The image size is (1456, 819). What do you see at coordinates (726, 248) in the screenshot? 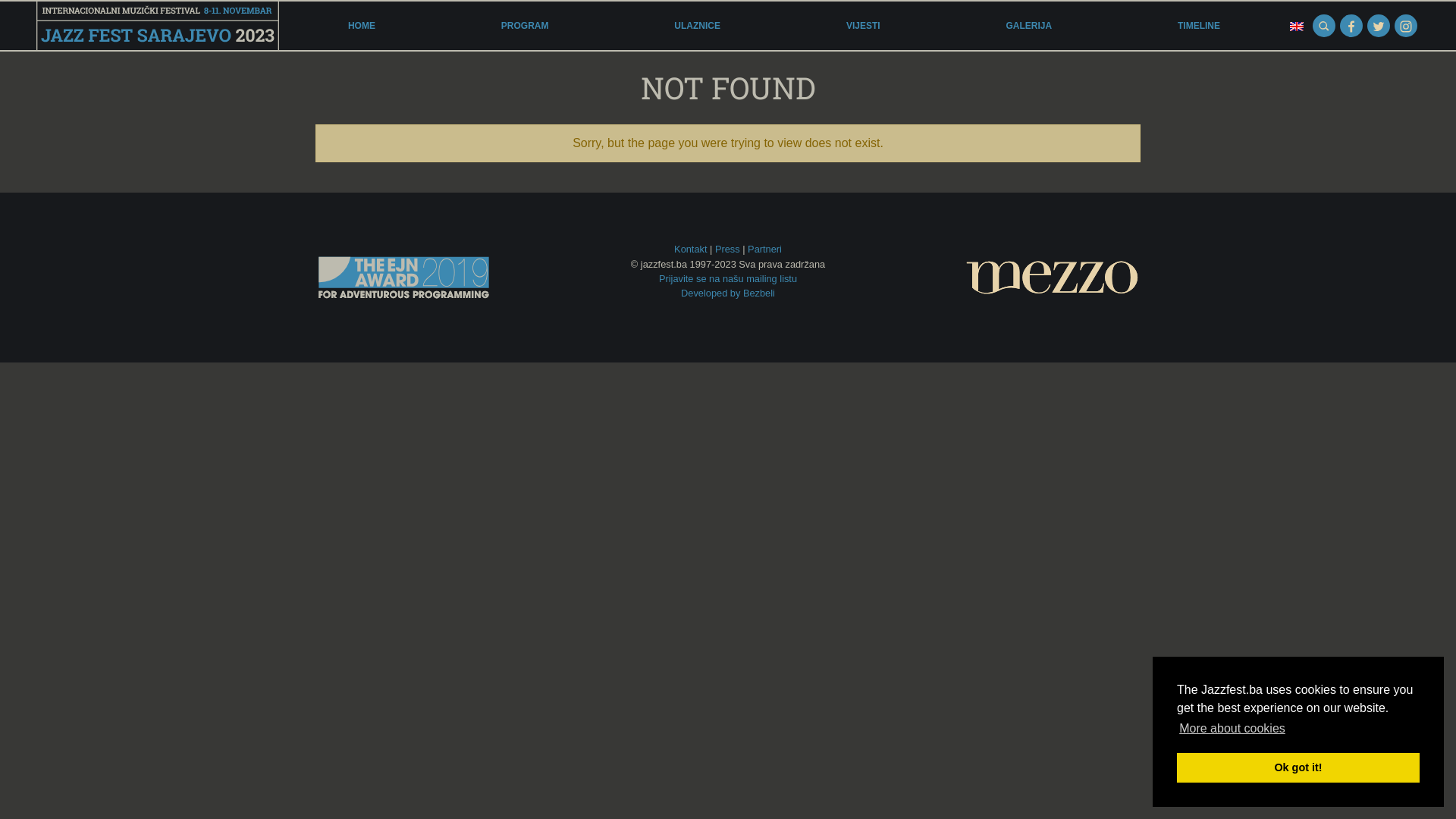
I see `'Press'` at bounding box center [726, 248].